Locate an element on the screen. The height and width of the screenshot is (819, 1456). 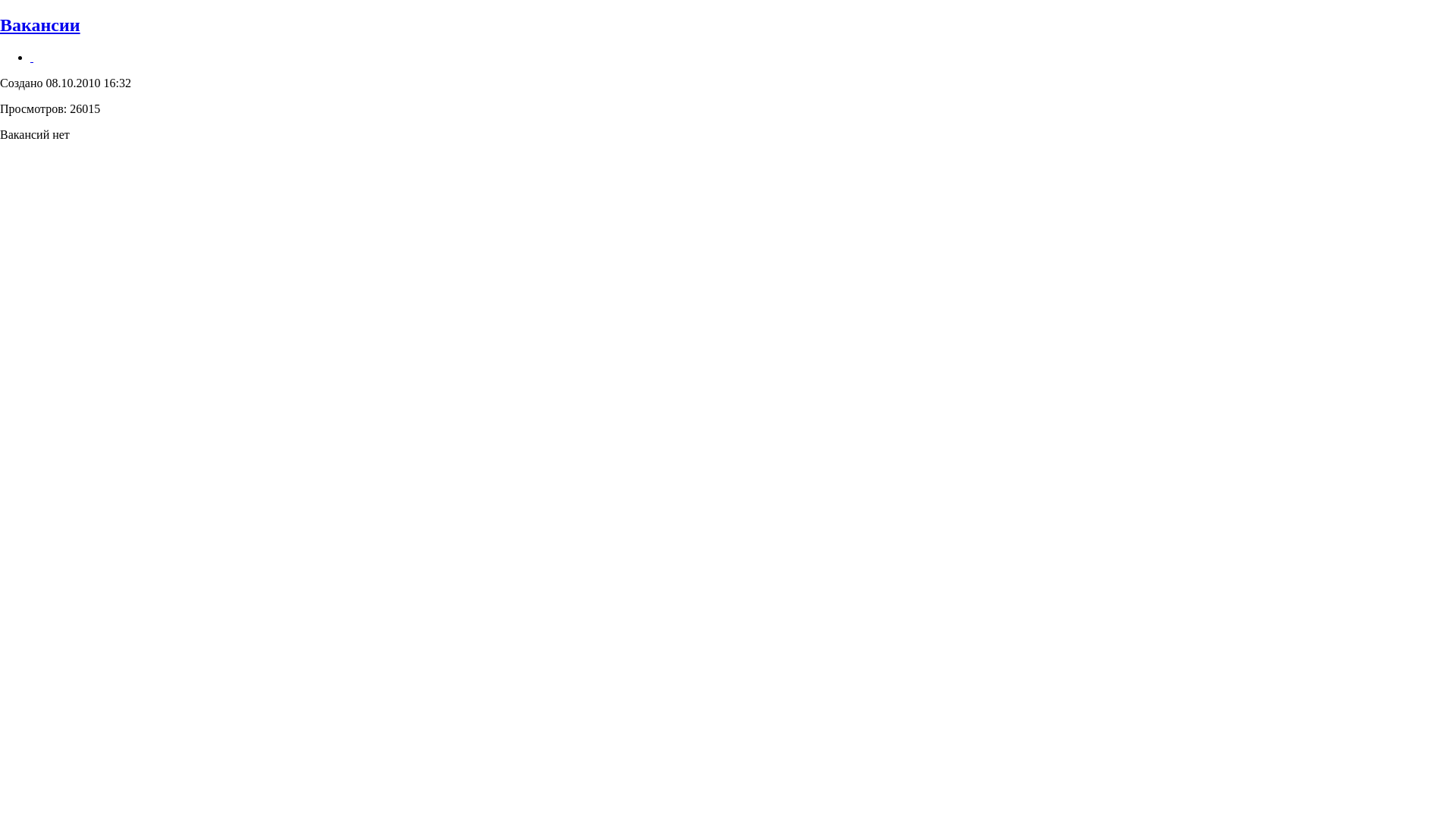
' ' is located at coordinates (32, 56).